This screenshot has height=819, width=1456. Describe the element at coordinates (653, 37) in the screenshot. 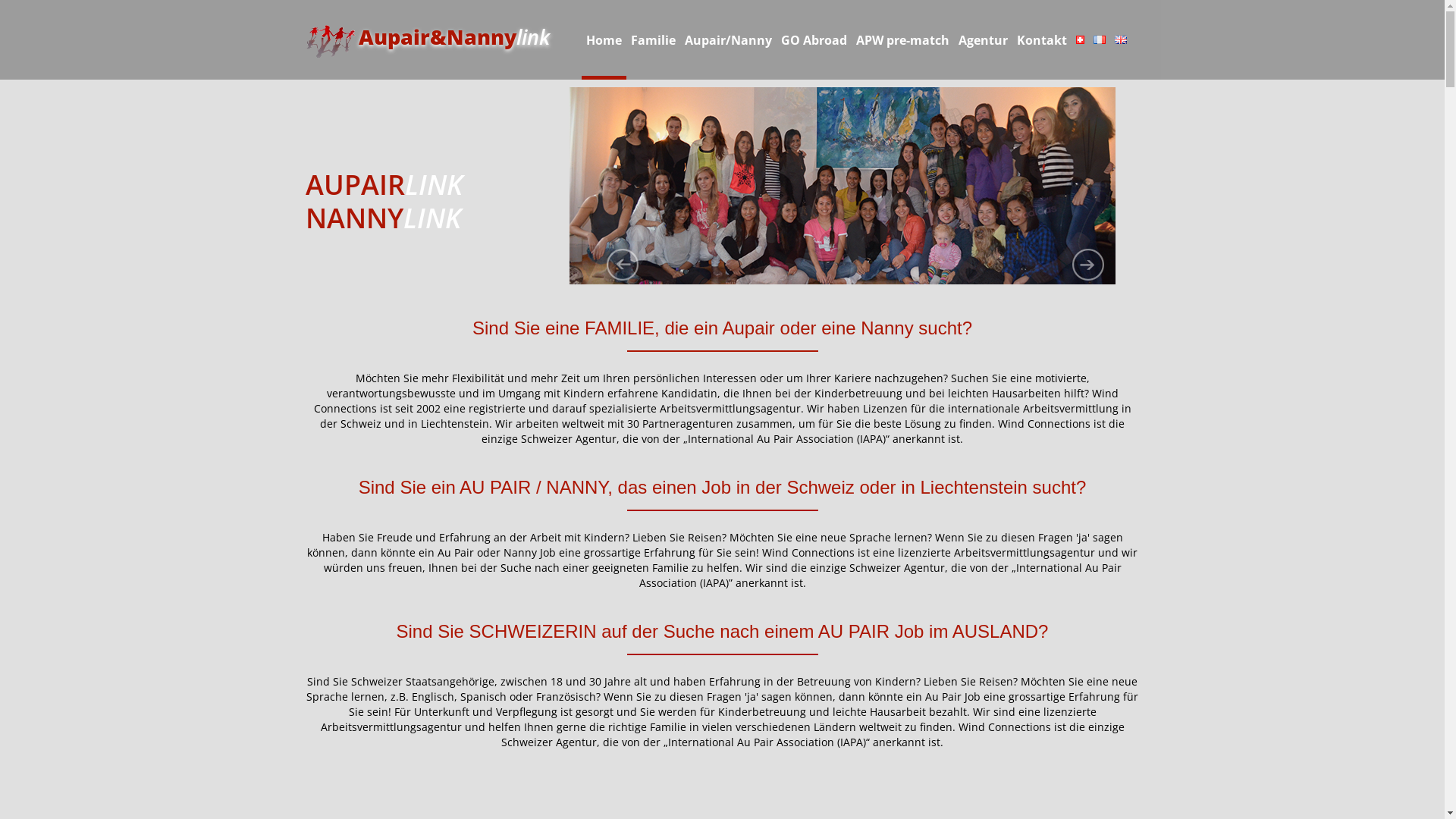

I see `'Familie'` at that location.